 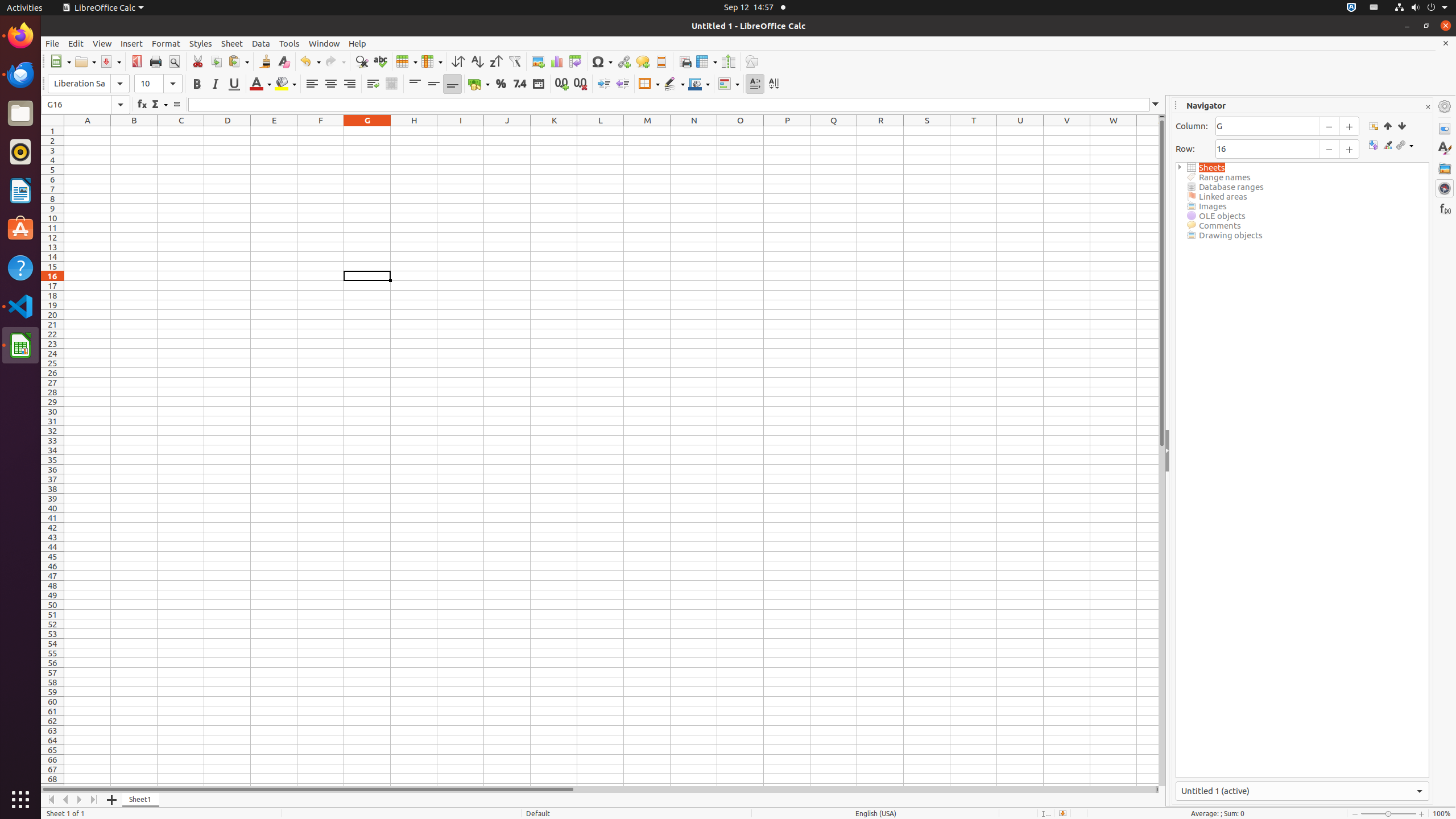 I want to click on 'F1', so click(x=320, y=130).